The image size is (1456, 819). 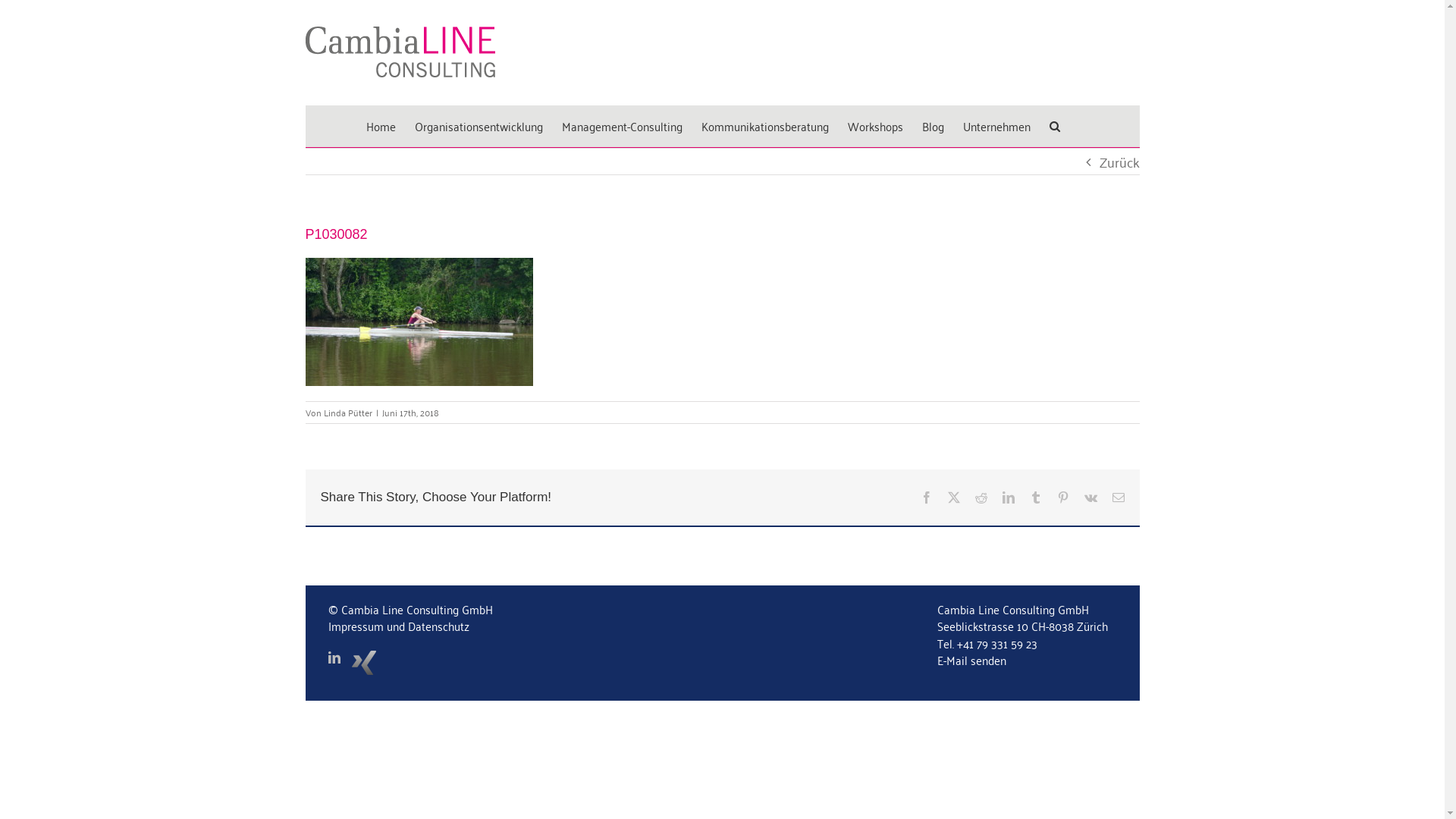 I want to click on 'Workshops', so click(x=875, y=125).